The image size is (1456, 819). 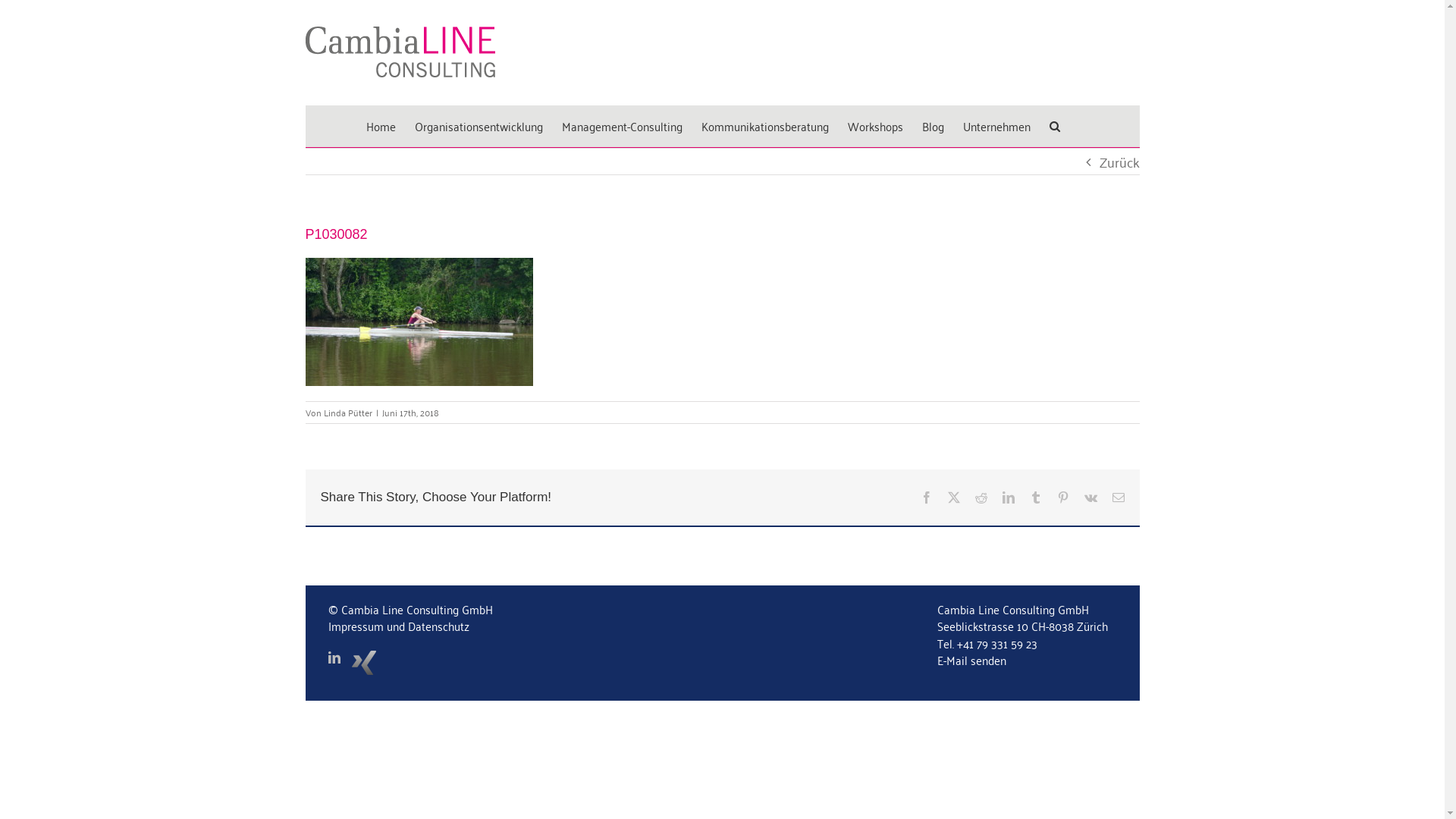 I want to click on 'Workshops', so click(x=875, y=125).